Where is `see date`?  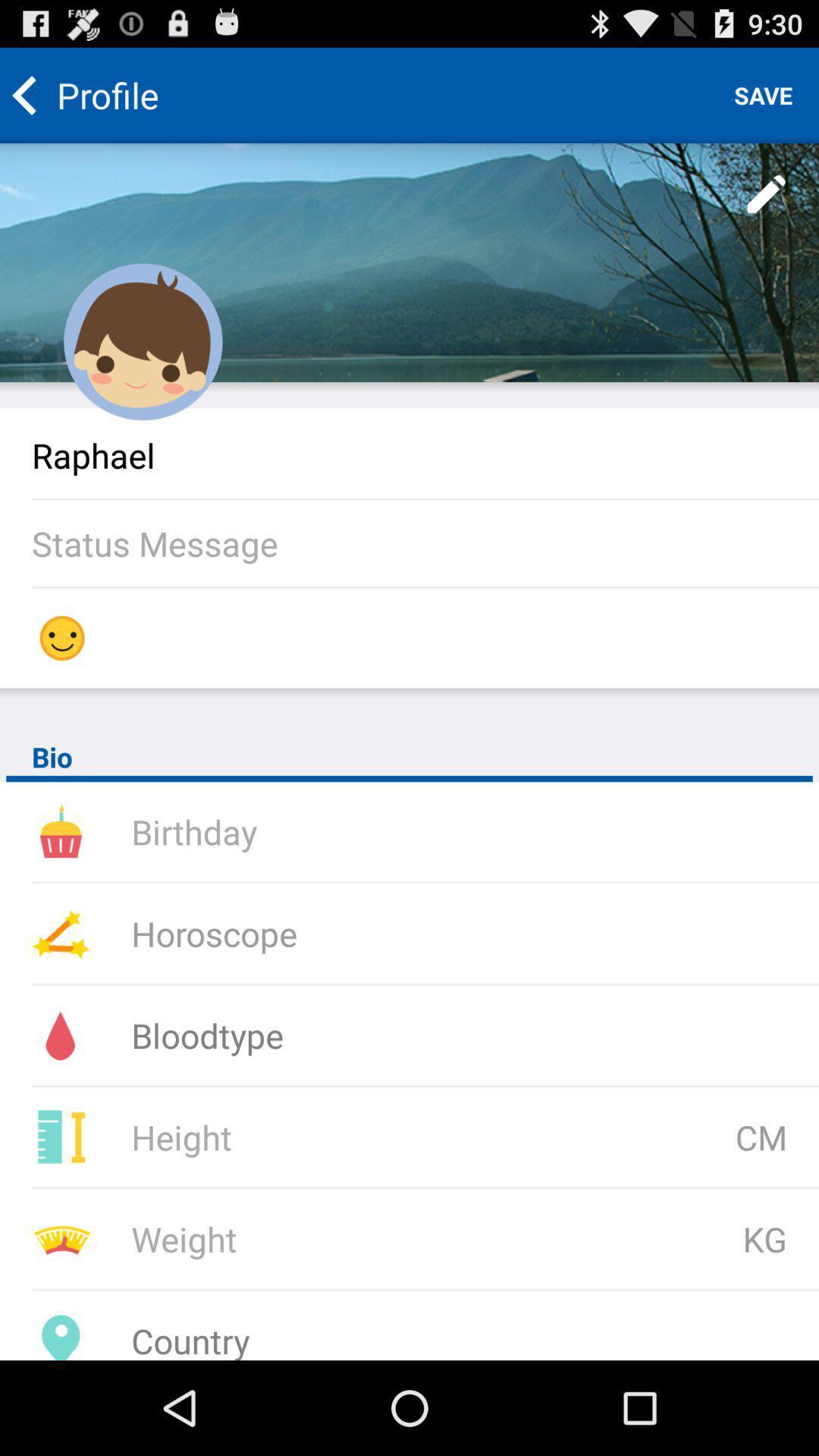
see date is located at coordinates (332, 830).